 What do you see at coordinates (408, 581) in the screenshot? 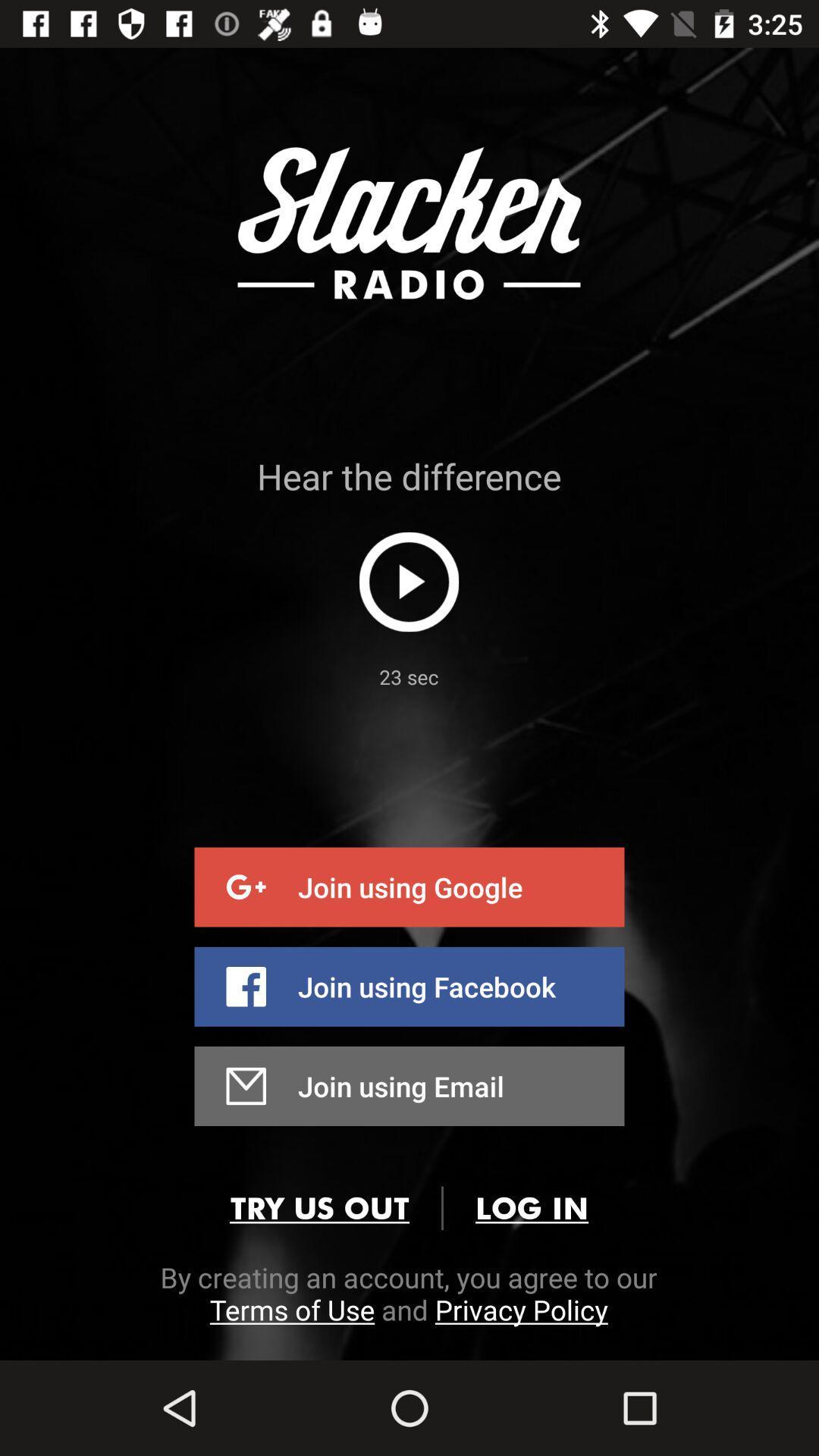
I see `the play icon` at bounding box center [408, 581].